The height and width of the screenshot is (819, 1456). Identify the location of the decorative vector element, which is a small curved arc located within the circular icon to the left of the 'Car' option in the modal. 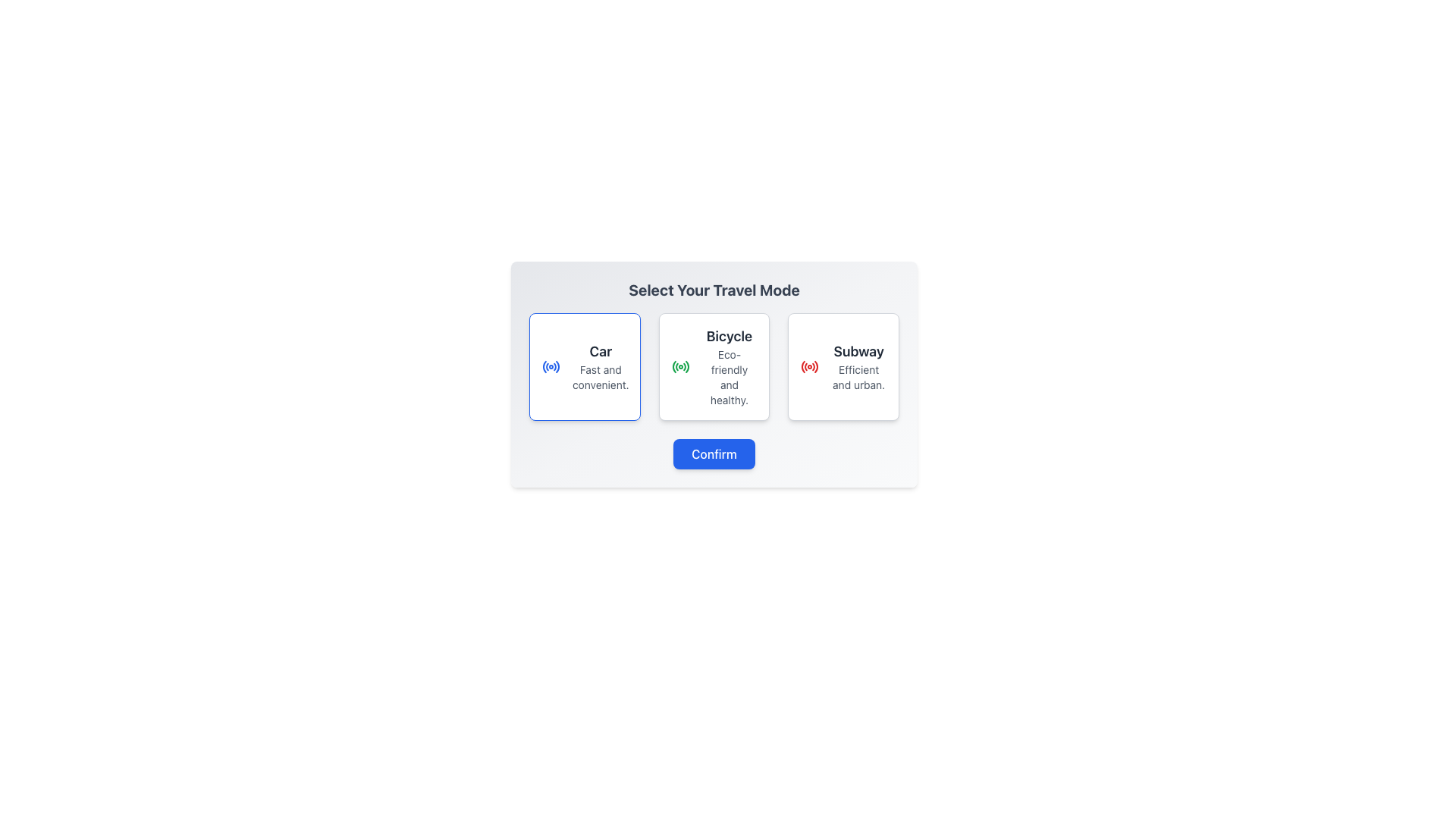
(673, 366).